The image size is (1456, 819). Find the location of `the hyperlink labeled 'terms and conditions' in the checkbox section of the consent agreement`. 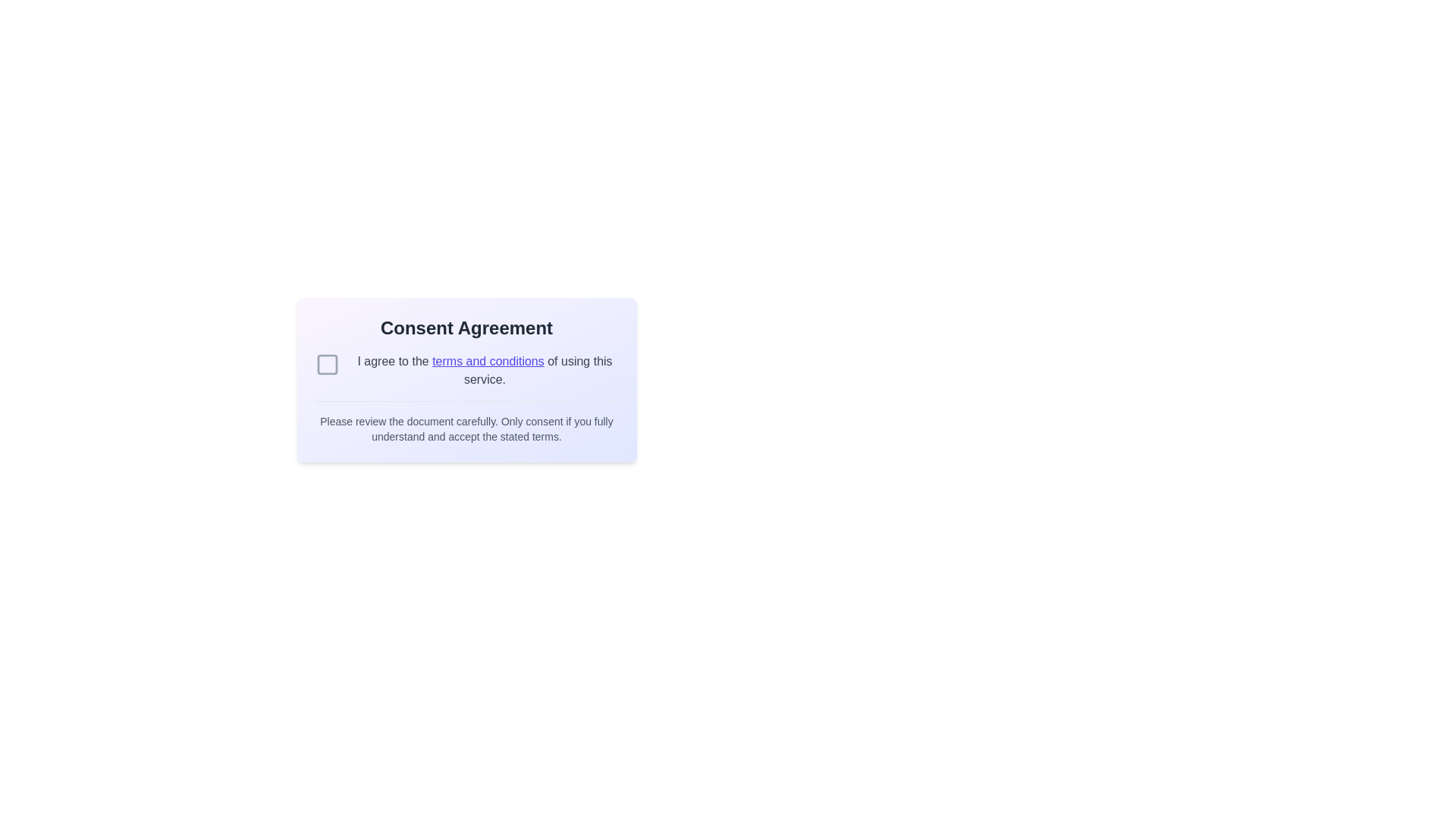

the hyperlink labeled 'terms and conditions' in the checkbox section of the consent agreement is located at coordinates (466, 371).